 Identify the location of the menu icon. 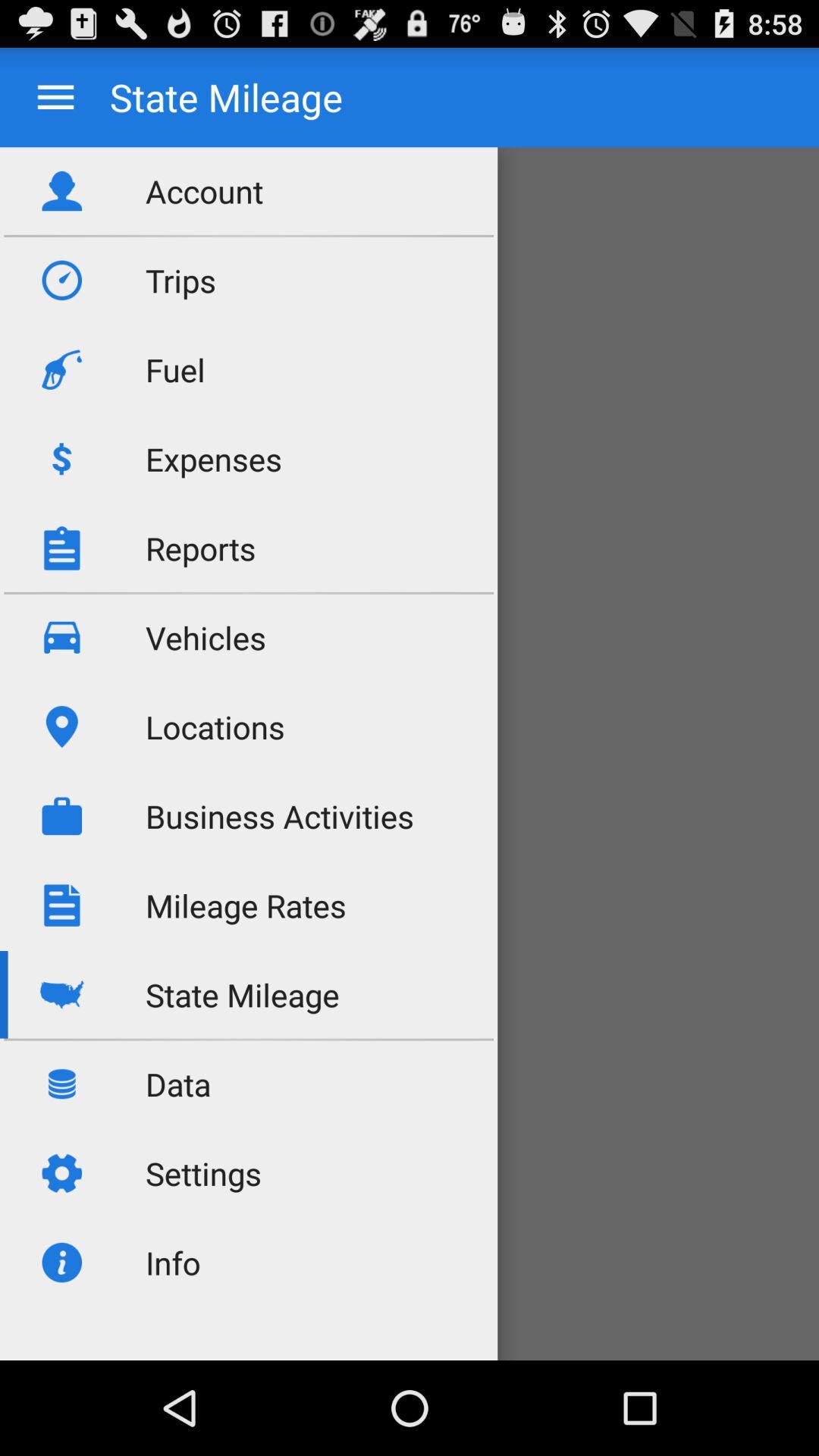
(55, 103).